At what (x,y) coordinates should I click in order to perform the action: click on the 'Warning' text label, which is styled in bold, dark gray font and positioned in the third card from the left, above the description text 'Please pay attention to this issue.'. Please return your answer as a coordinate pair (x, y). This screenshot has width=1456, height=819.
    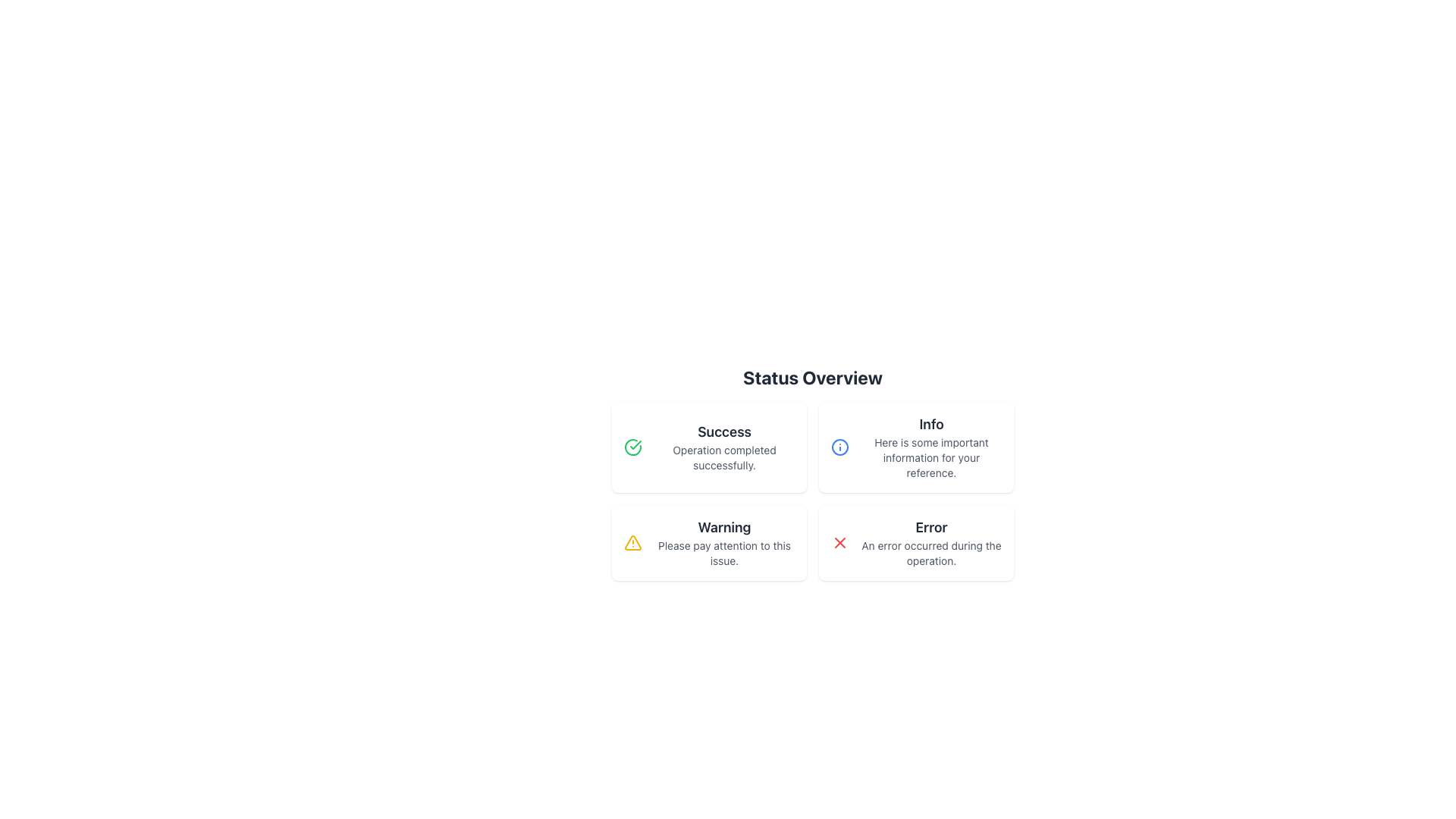
    Looking at the image, I should click on (723, 526).